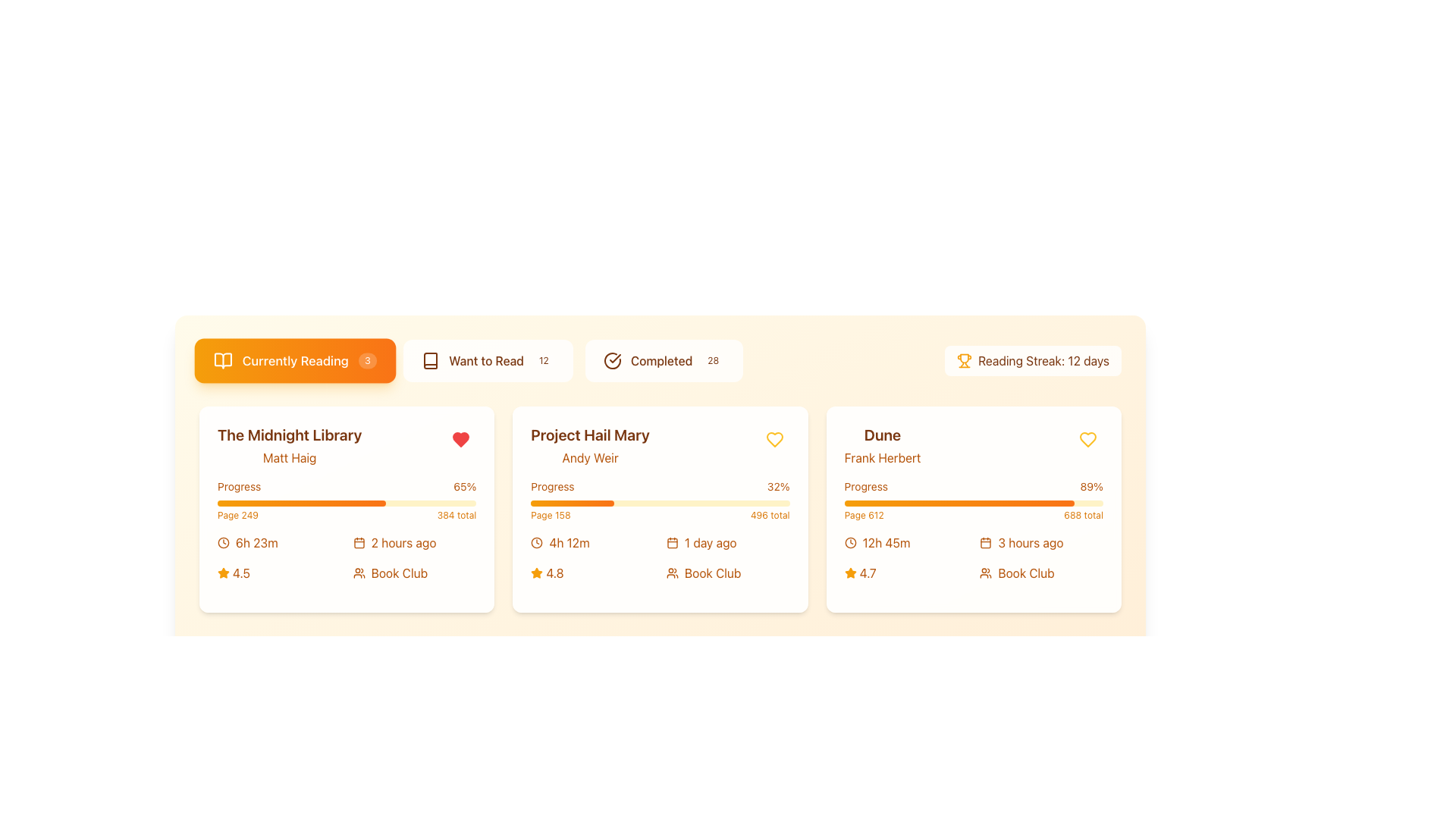 The width and height of the screenshot is (1456, 819). What do you see at coordinates (430, 360) in the screenshot?
I see `the book icon within the 'Want to Read' button, which is the second button in the horizontal toolbar at the top of the interface` at bounding box center [430, 360].